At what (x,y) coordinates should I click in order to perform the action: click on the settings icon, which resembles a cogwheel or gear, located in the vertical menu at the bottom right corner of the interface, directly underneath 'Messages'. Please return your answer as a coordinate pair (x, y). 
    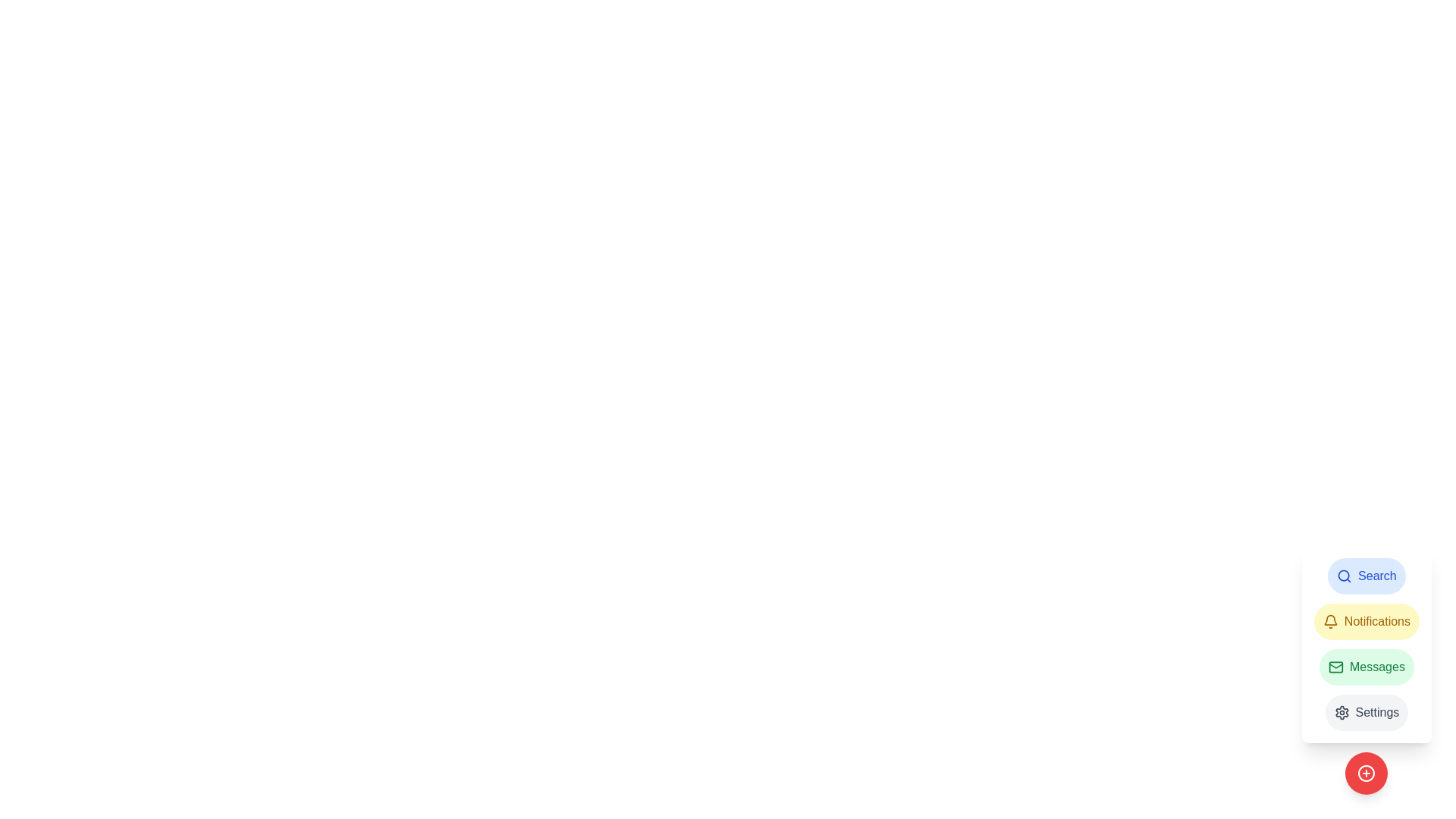
    Looking at the image, I should click on (1341, 713).